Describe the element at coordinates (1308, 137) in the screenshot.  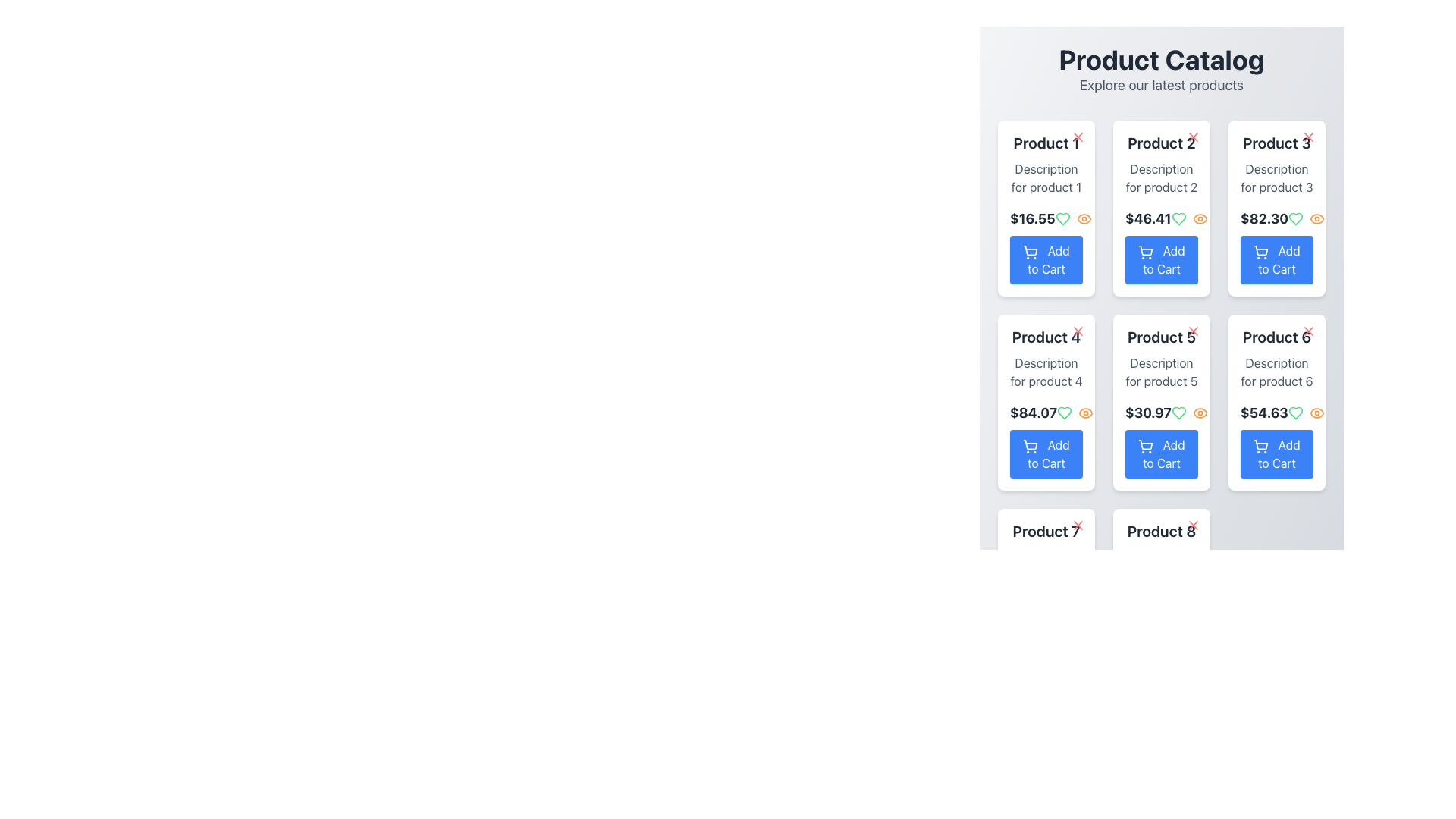
I see `the close vector graphic icon located in the top-right corner of the 'Product 3' card in the 'Product Catalog' to dismiss or delete the associated content` at that location.